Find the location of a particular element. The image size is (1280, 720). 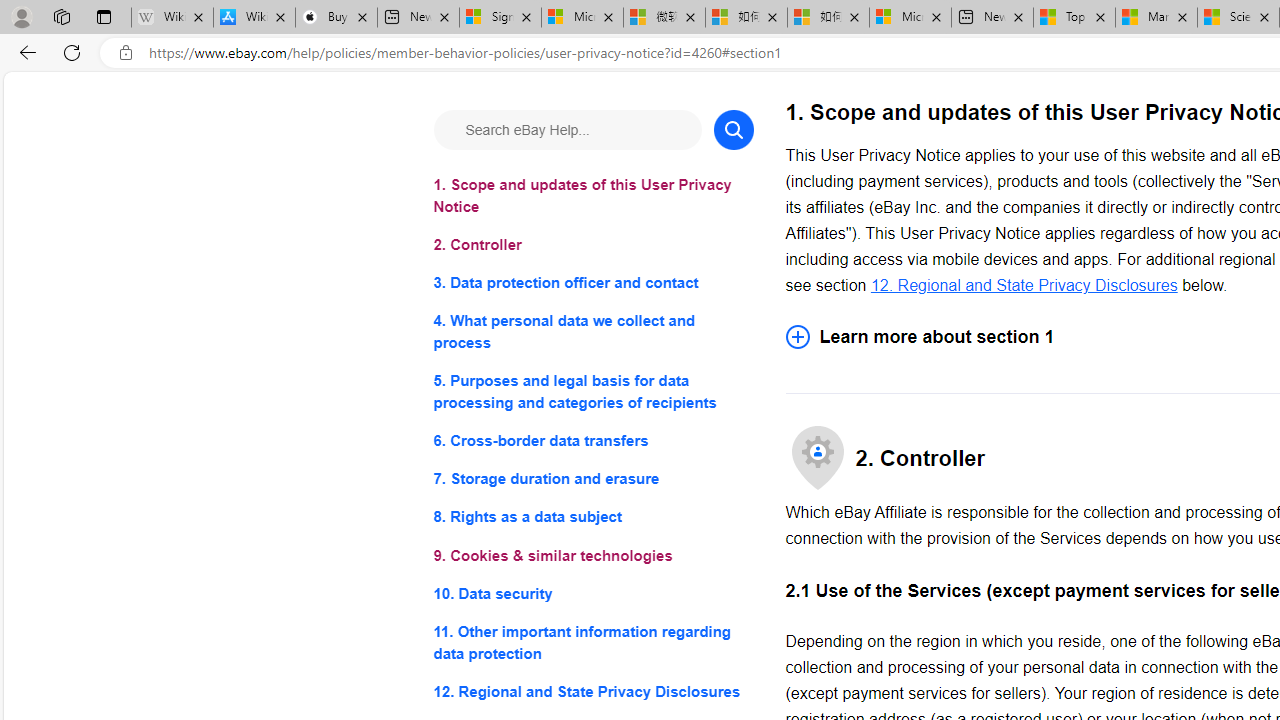

'7. Storage duration and erasure' is located at coordinates (592, 479).